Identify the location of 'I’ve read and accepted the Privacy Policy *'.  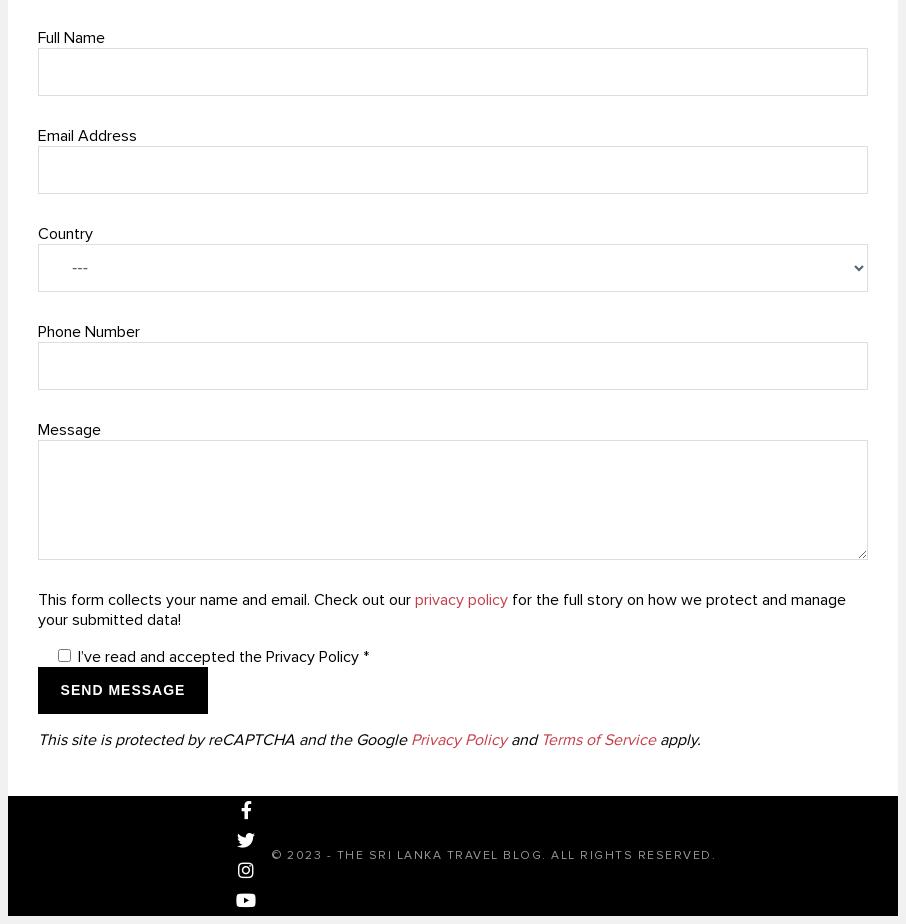
(222, 656).